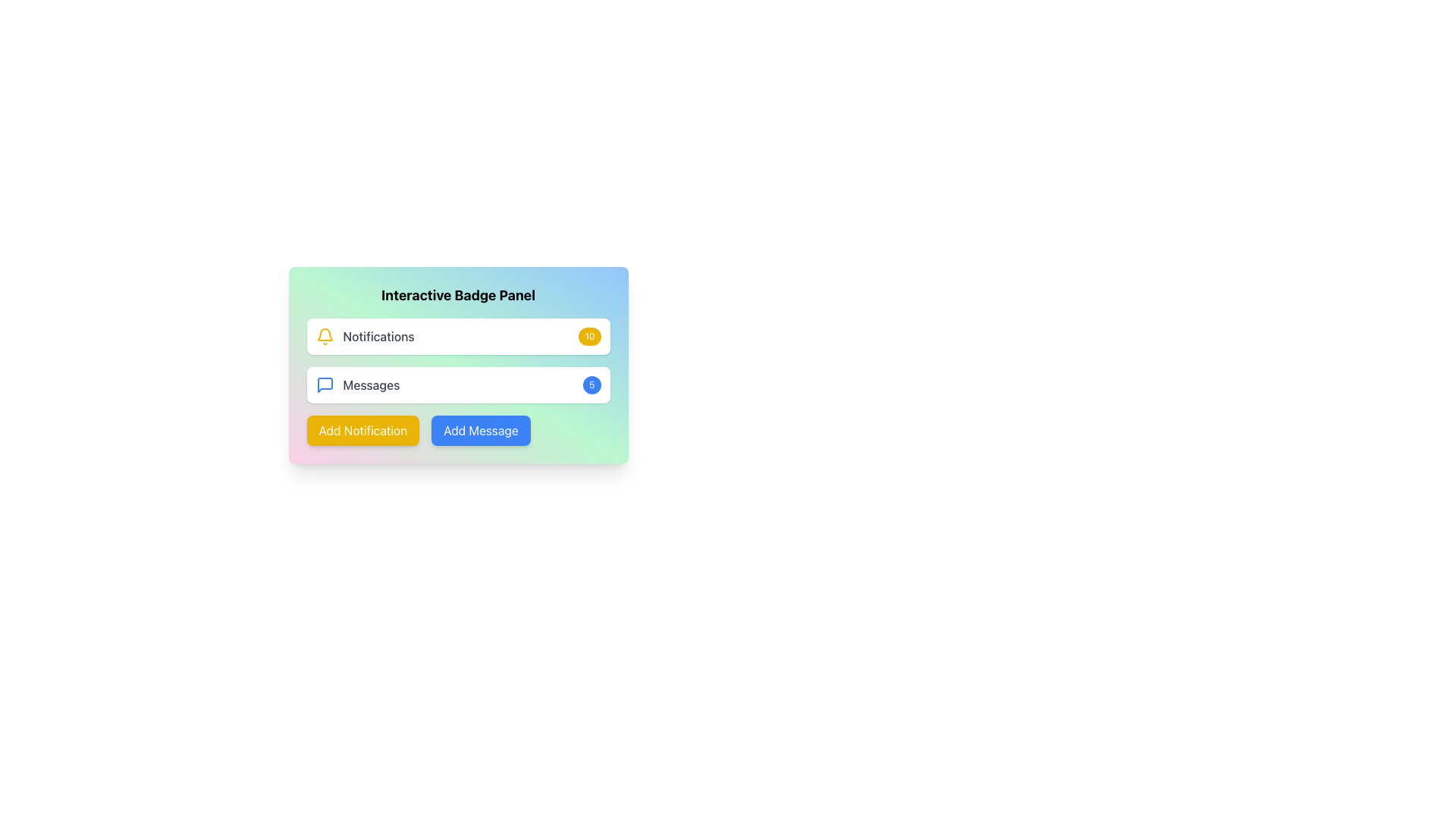  Describe the element at coordinates (362, 430) in the screenshot. I see `the rectangular button with a yellow background and white text reading 'Add Notification', located at the bottom of the 'Interactive Badge Panel'` at that location.